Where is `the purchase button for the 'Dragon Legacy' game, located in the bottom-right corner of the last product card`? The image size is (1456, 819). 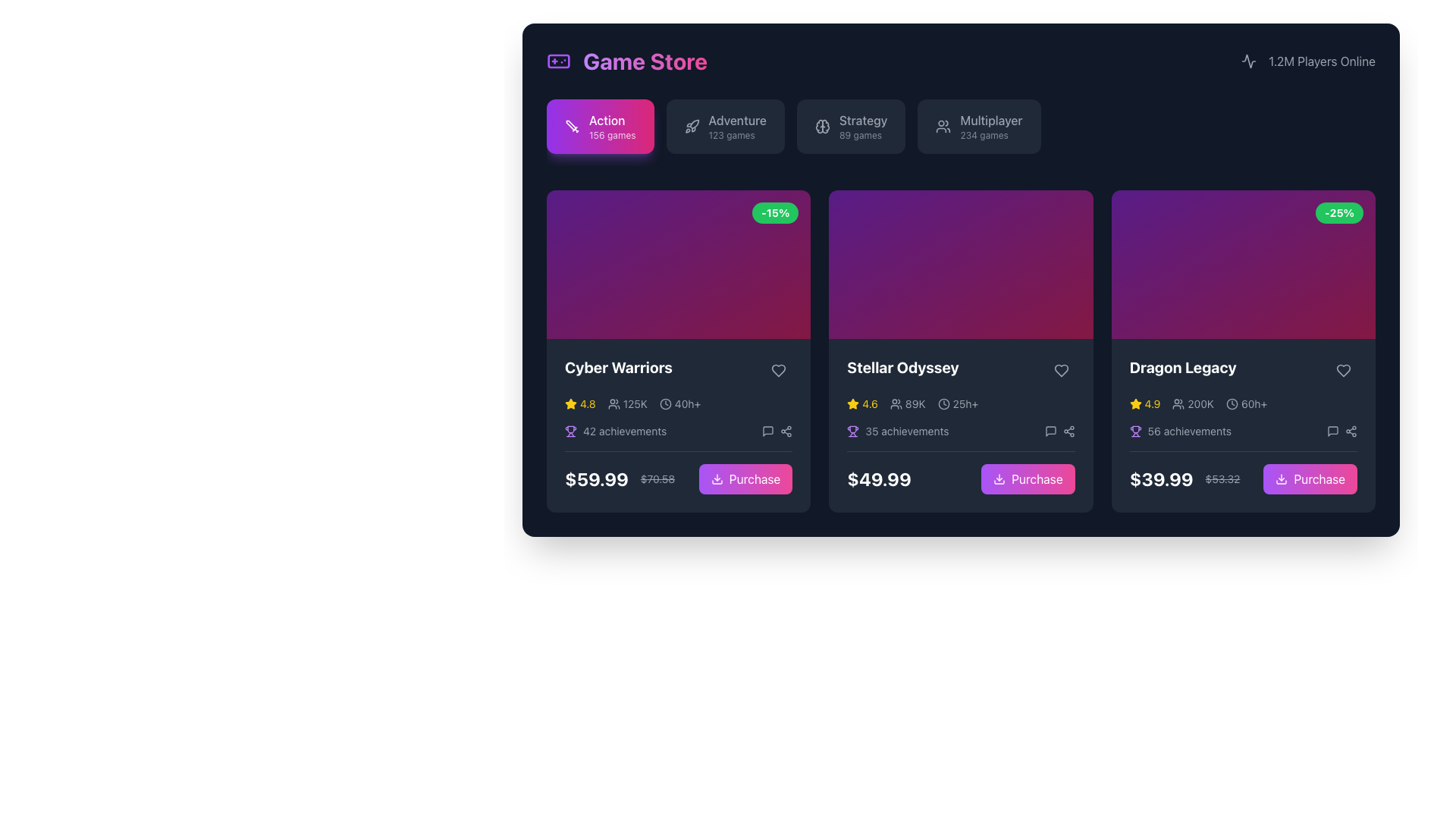
the purchase button for the 'Dragon Legacy' game, located in the bottom-right corner of the last product card is located at coordinates (1310, 479).